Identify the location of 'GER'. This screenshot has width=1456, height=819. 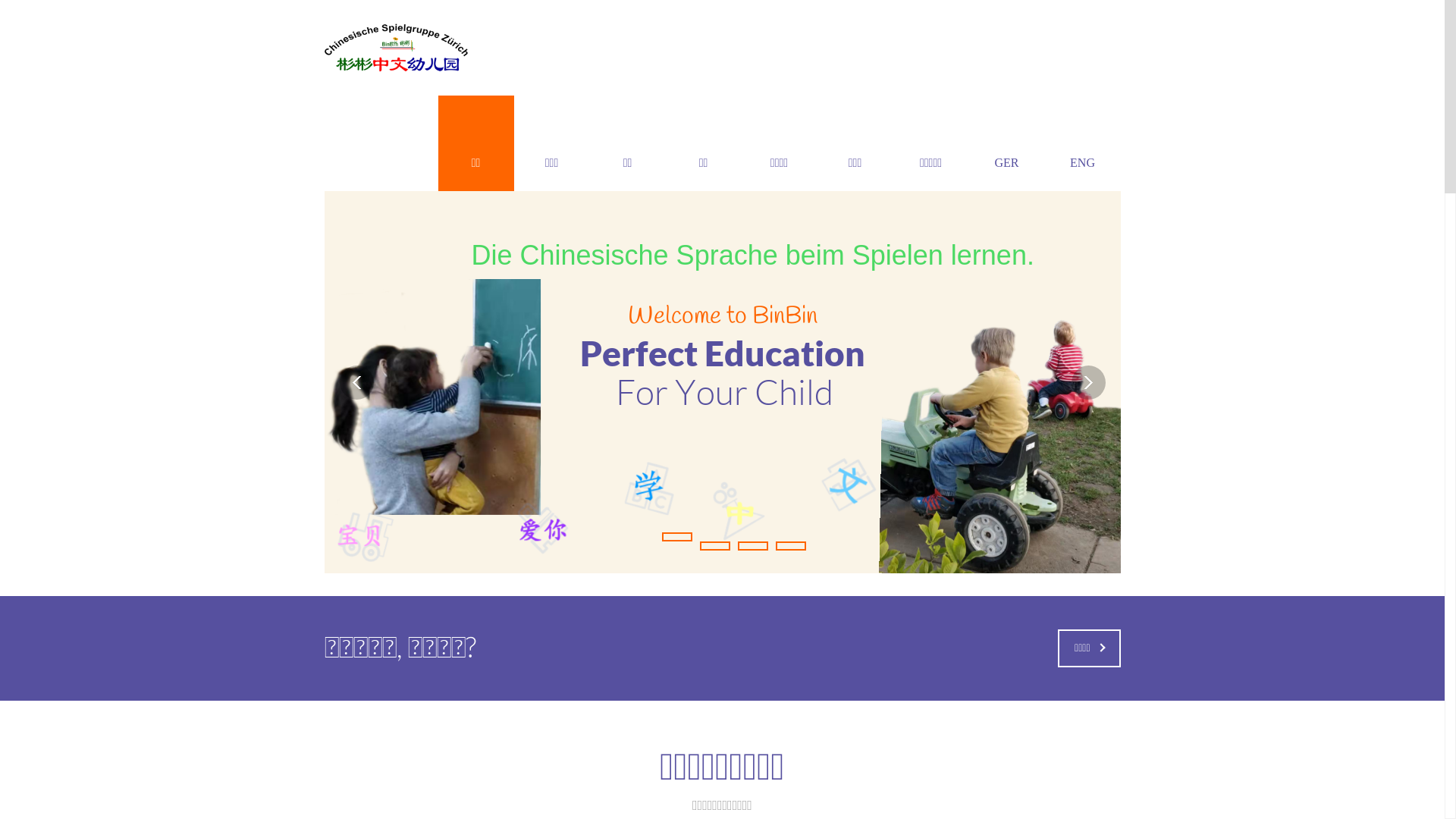
(1007, 143).